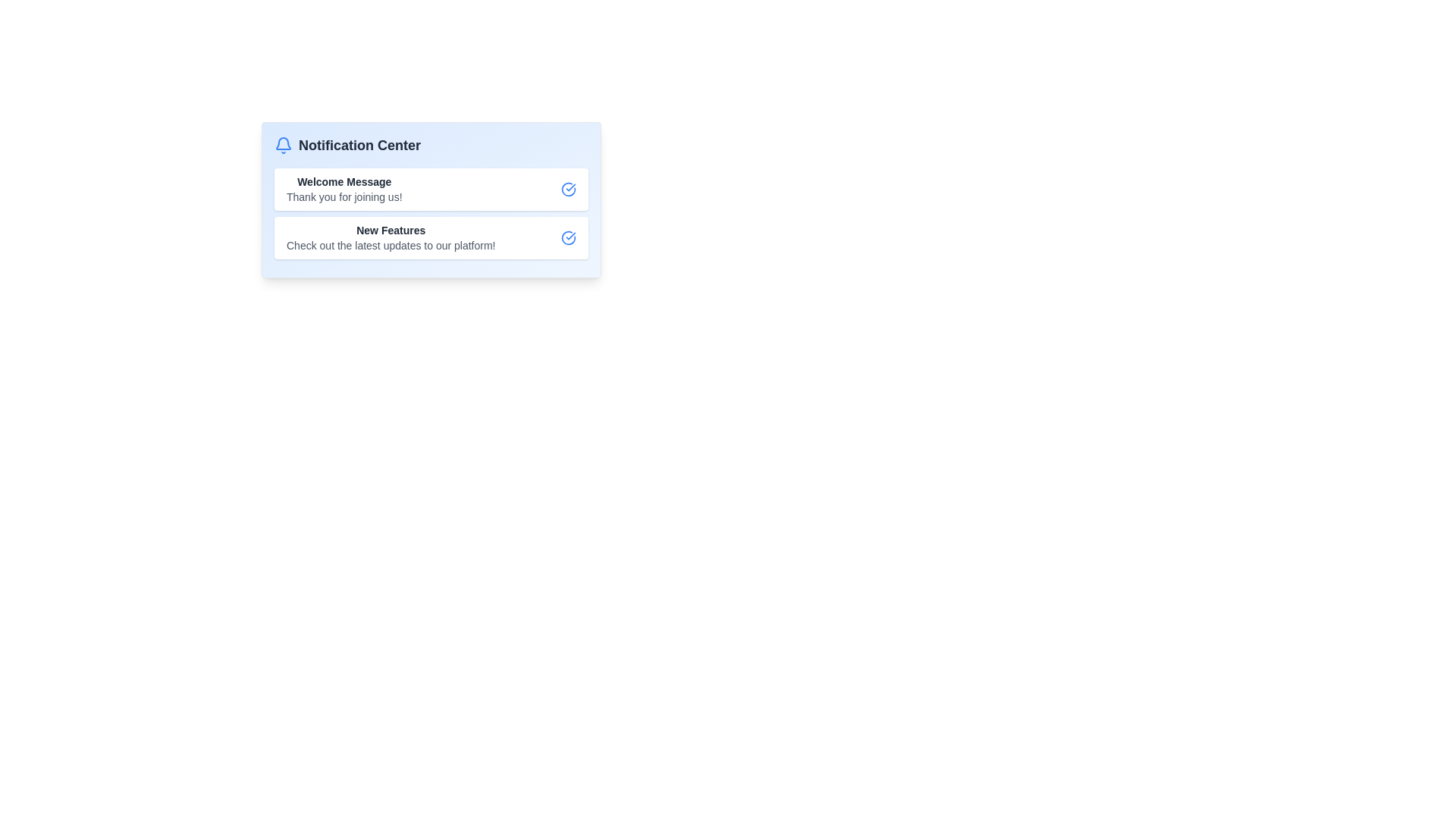  I want to click on the Text label that serves as a descriptive title for the notification, located near the top of the notification area, so click(344, 180).